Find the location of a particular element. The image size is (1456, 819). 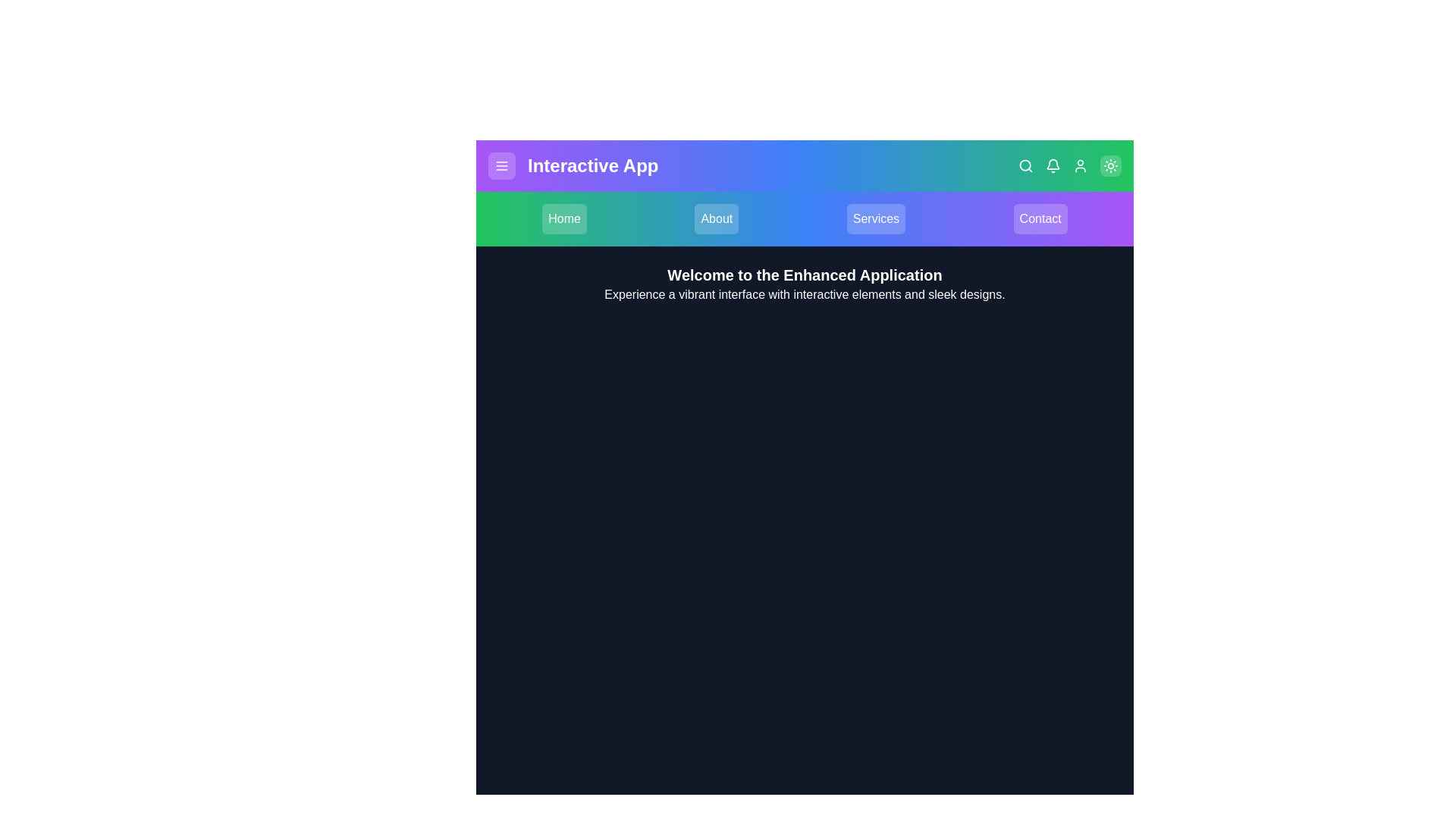

the Bell icon to trigger its associated functionality is located at coordinates (1052, 166).